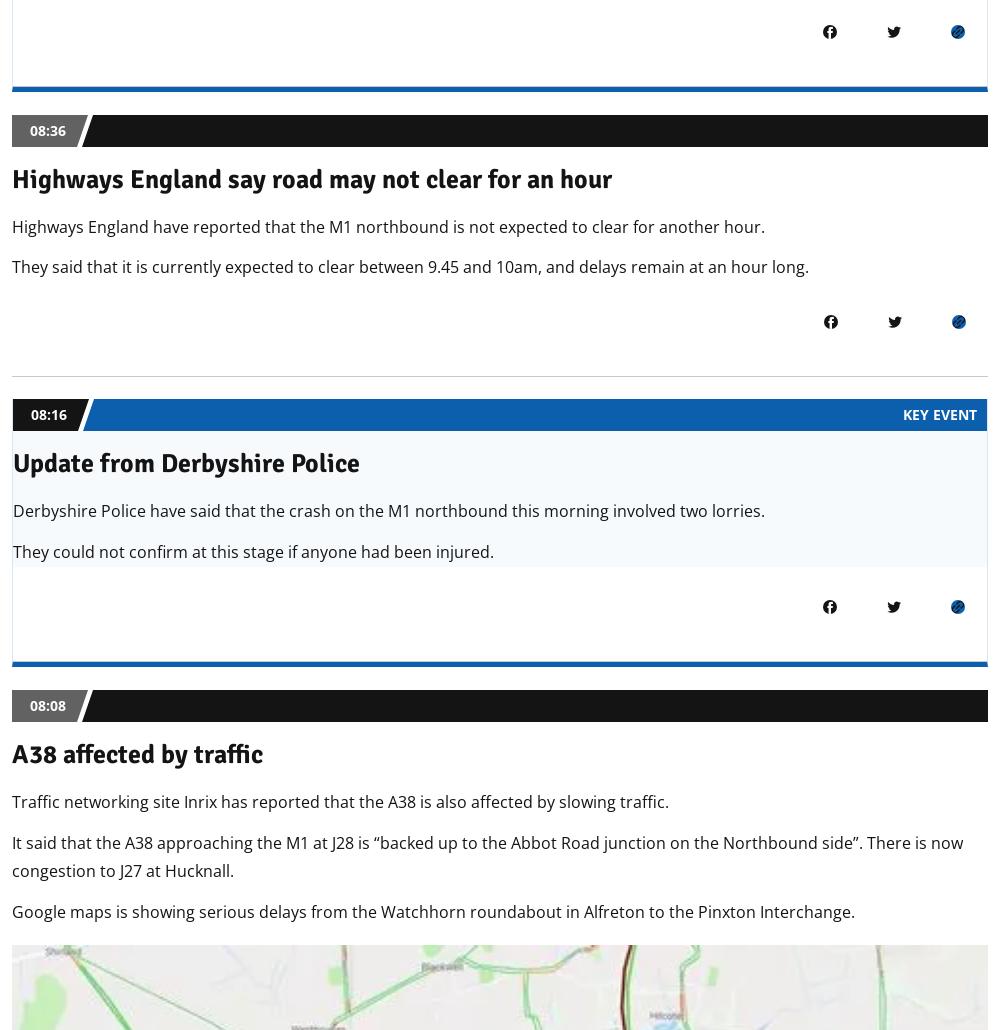  What do you see at coordinates (186, 463) in the screenshot?
I see `'Update from Derbyshire Police'` at bounding box center [186, 463].